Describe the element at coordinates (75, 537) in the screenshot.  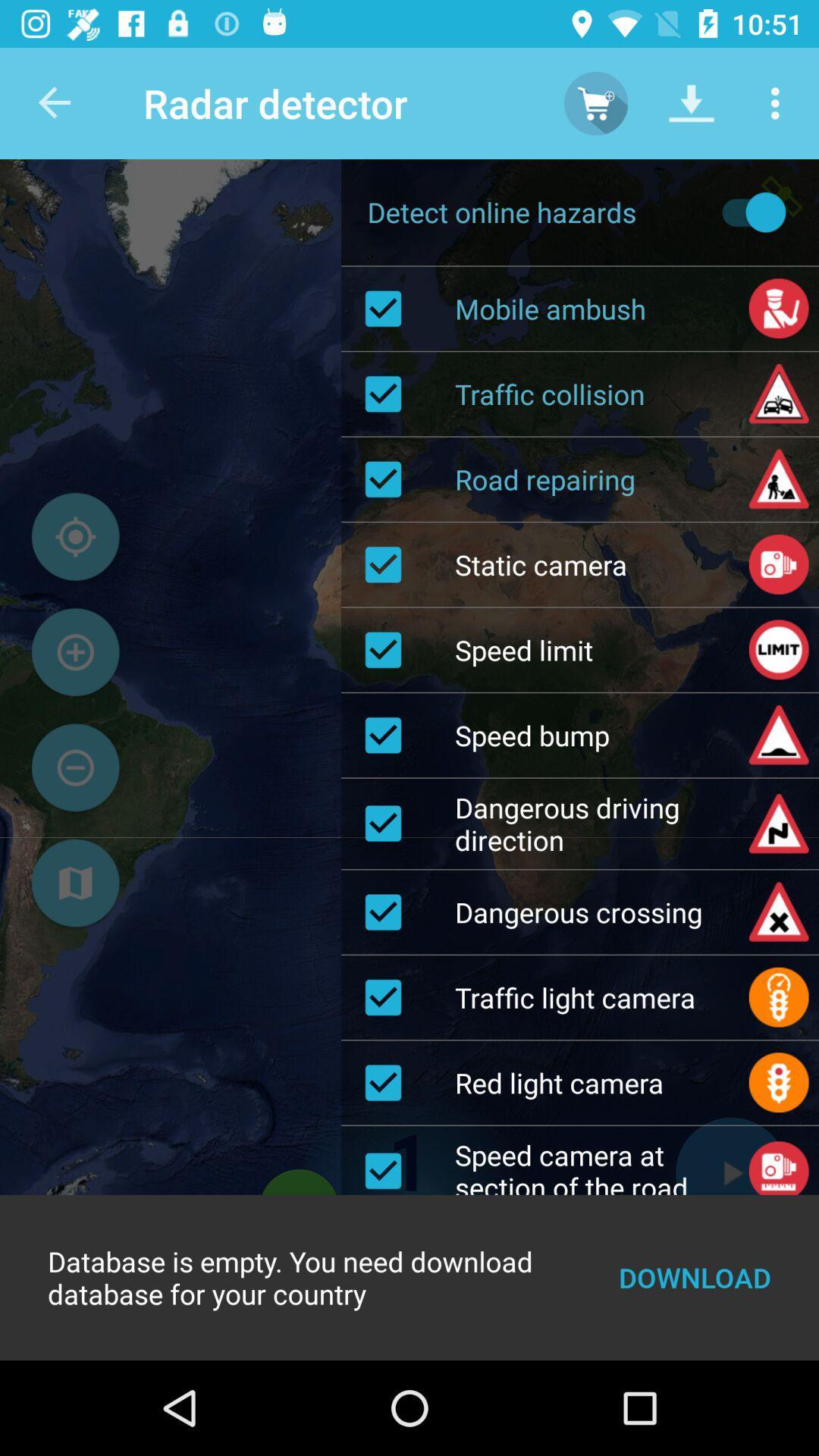
I see `the location_crosshair icon` at that location.